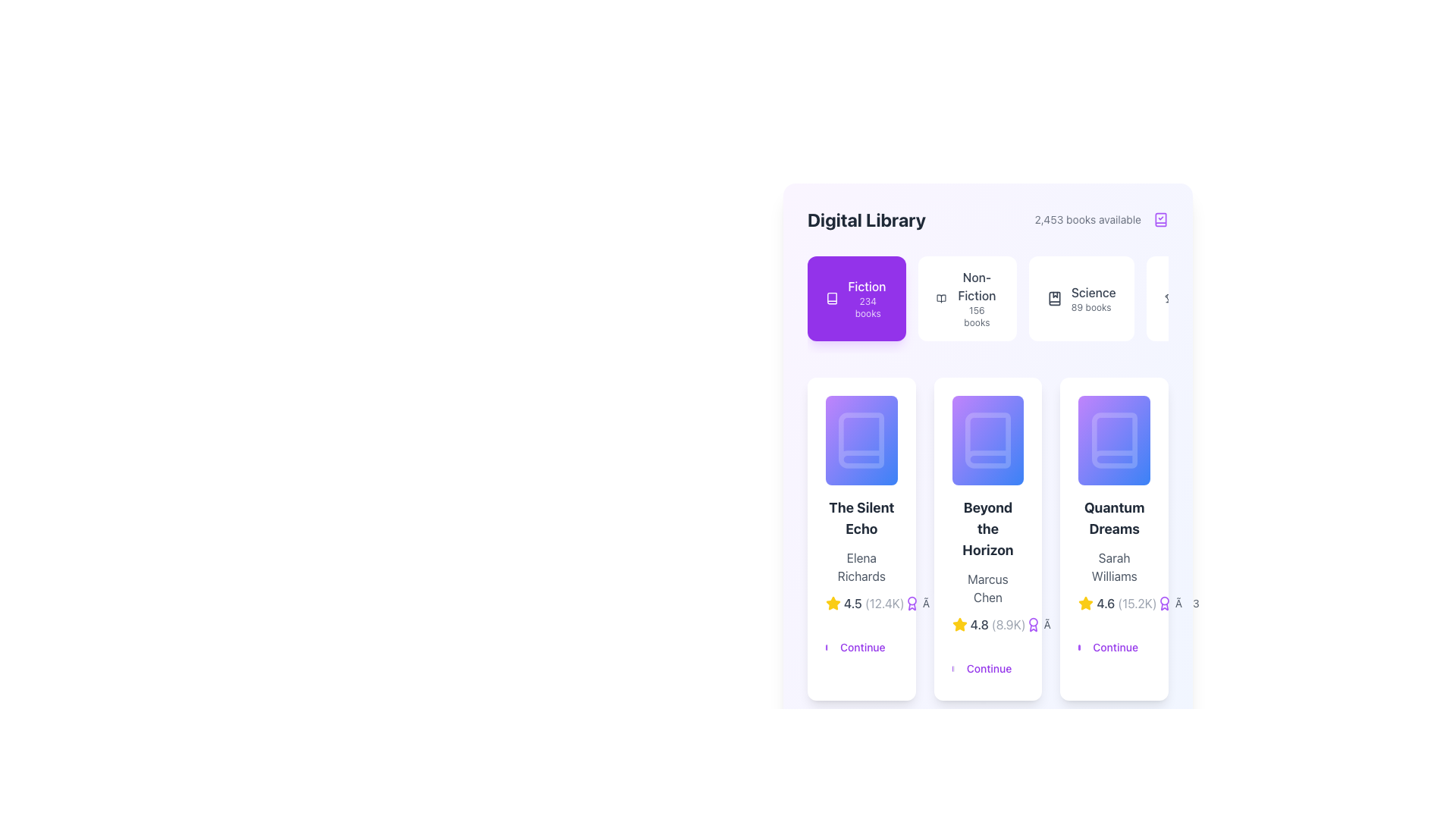  Describe the element at coordinates (861, 441) in the screenshot. I see `the Progress display with textual information within 'The Silent Echo' card in the Digital Library section to visually represent the book completion progress` at that location.